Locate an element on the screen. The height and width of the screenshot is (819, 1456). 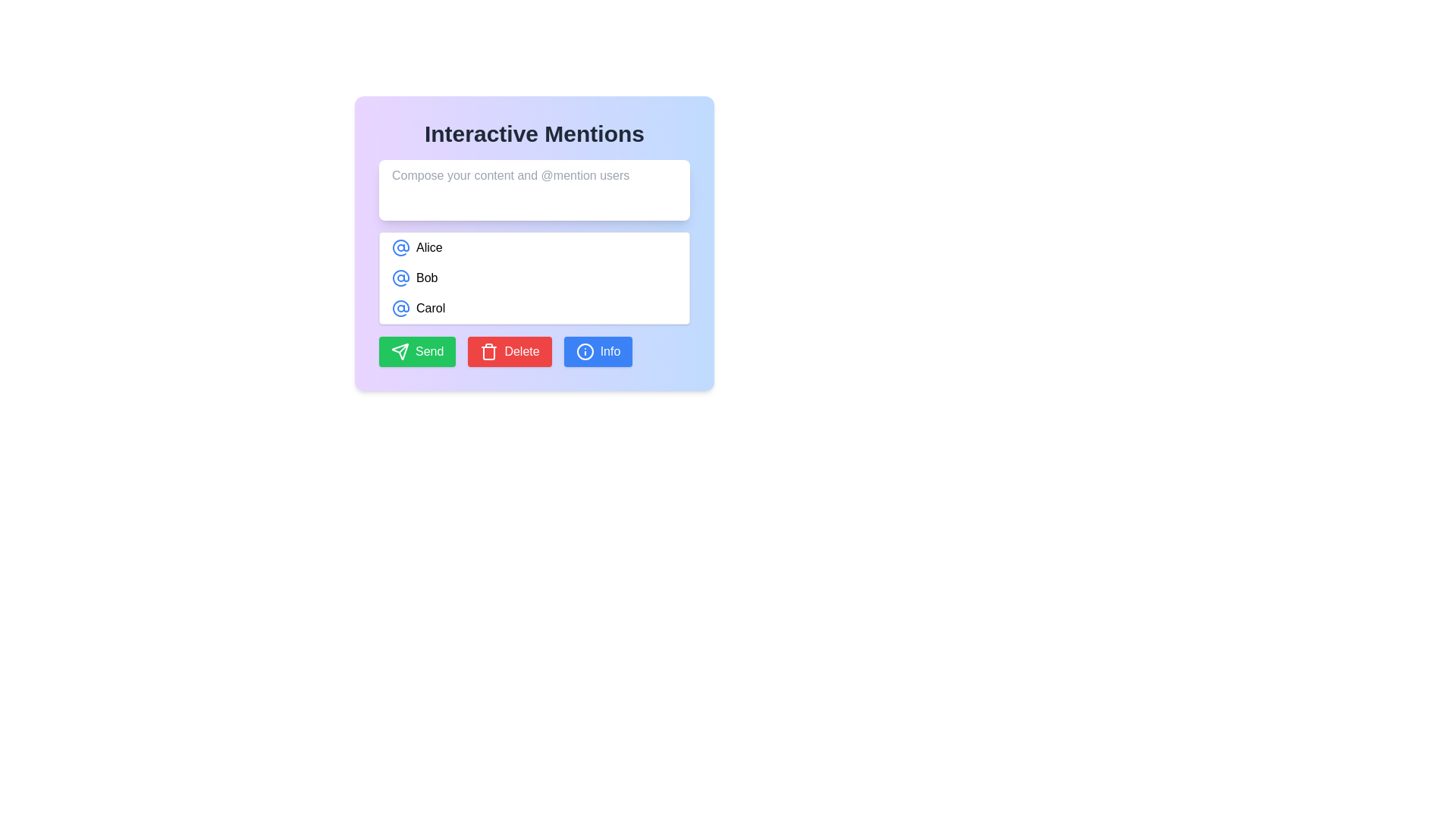
the lower-left segment of the paper airplane icon on the green 'Send' button is located at coordinates (400, 351).